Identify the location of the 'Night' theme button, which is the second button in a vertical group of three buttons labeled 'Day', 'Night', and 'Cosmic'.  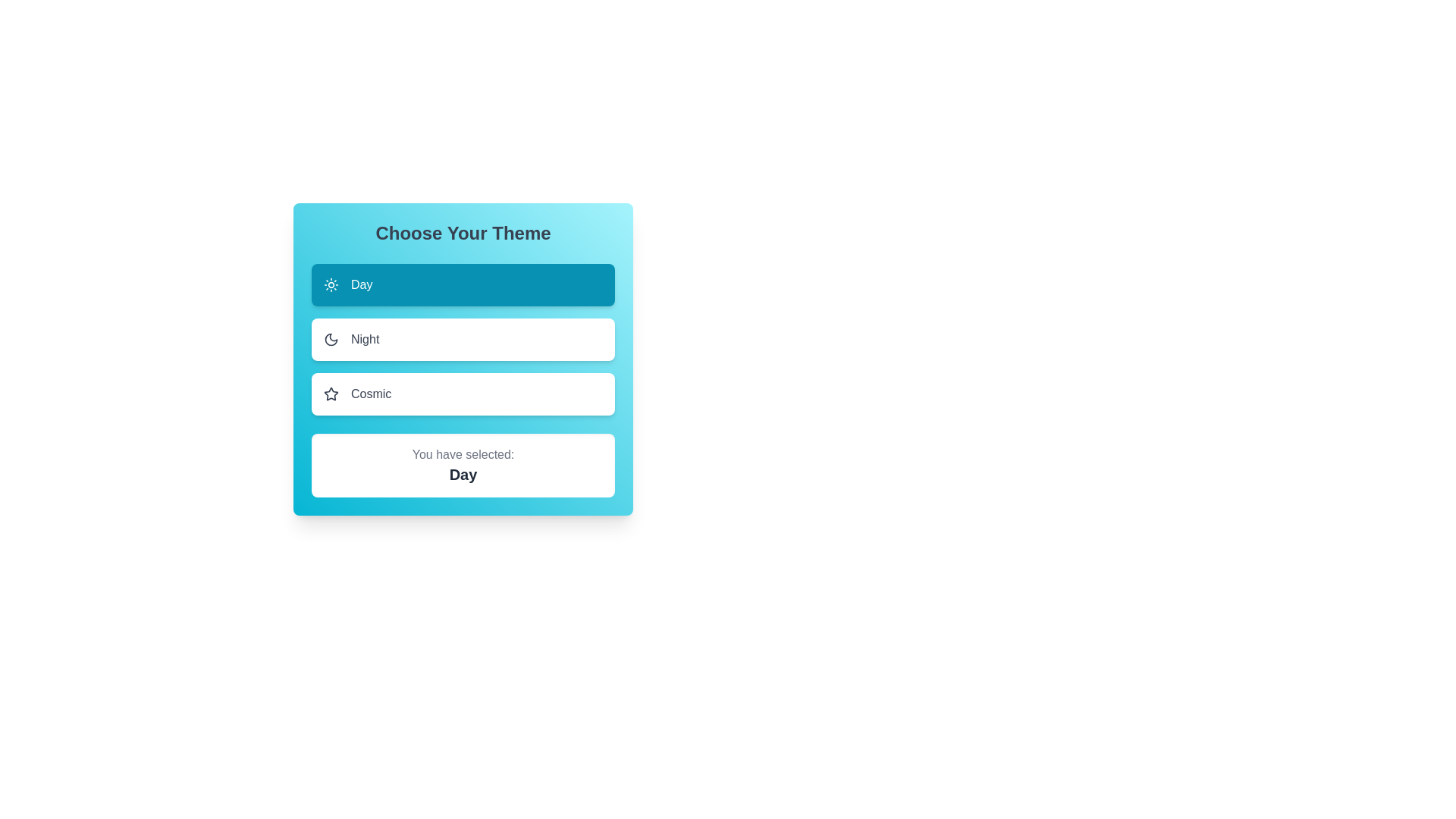
(462, 338).